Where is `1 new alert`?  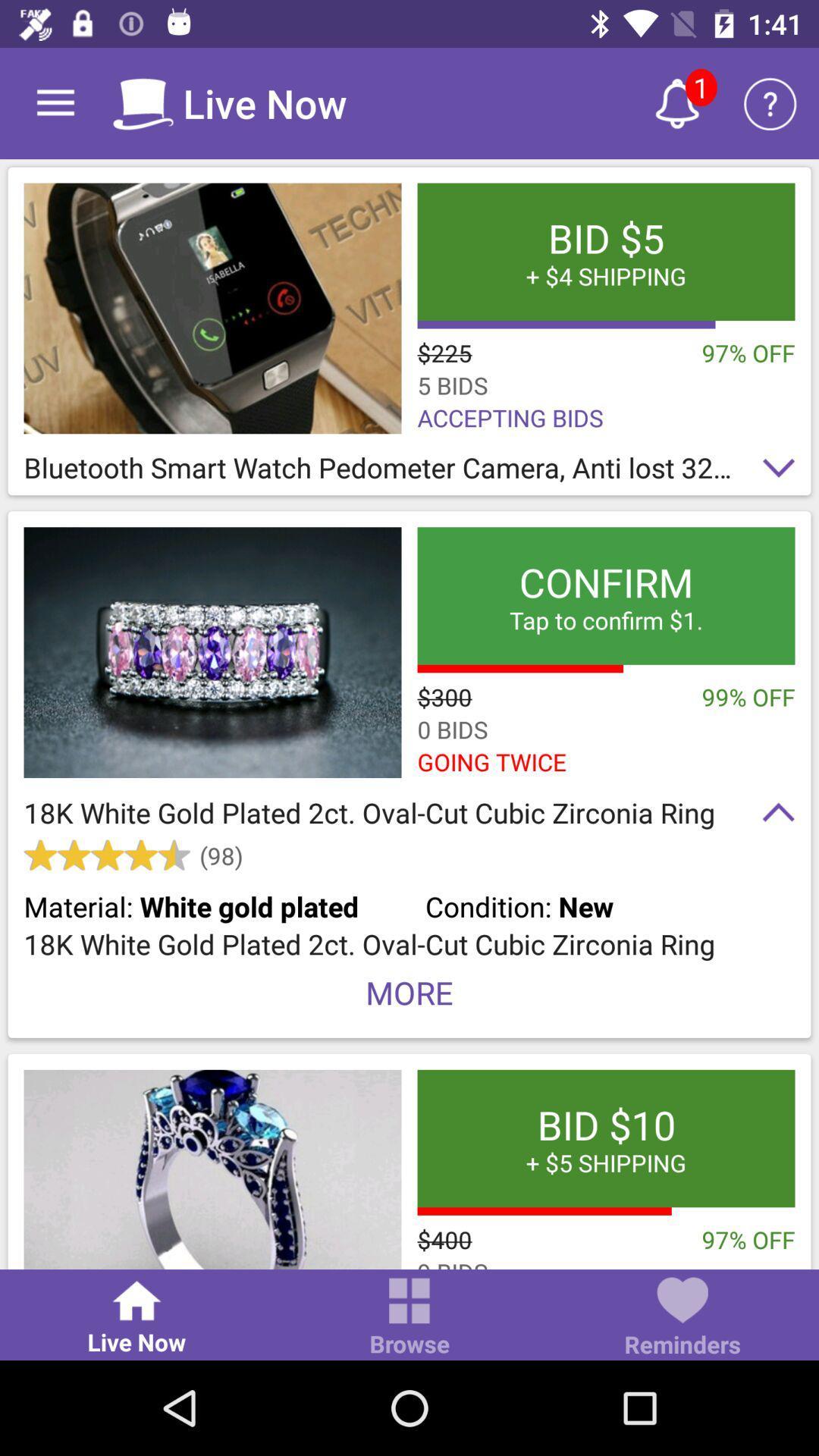
1 new alert is located at coordinates (676, 102).